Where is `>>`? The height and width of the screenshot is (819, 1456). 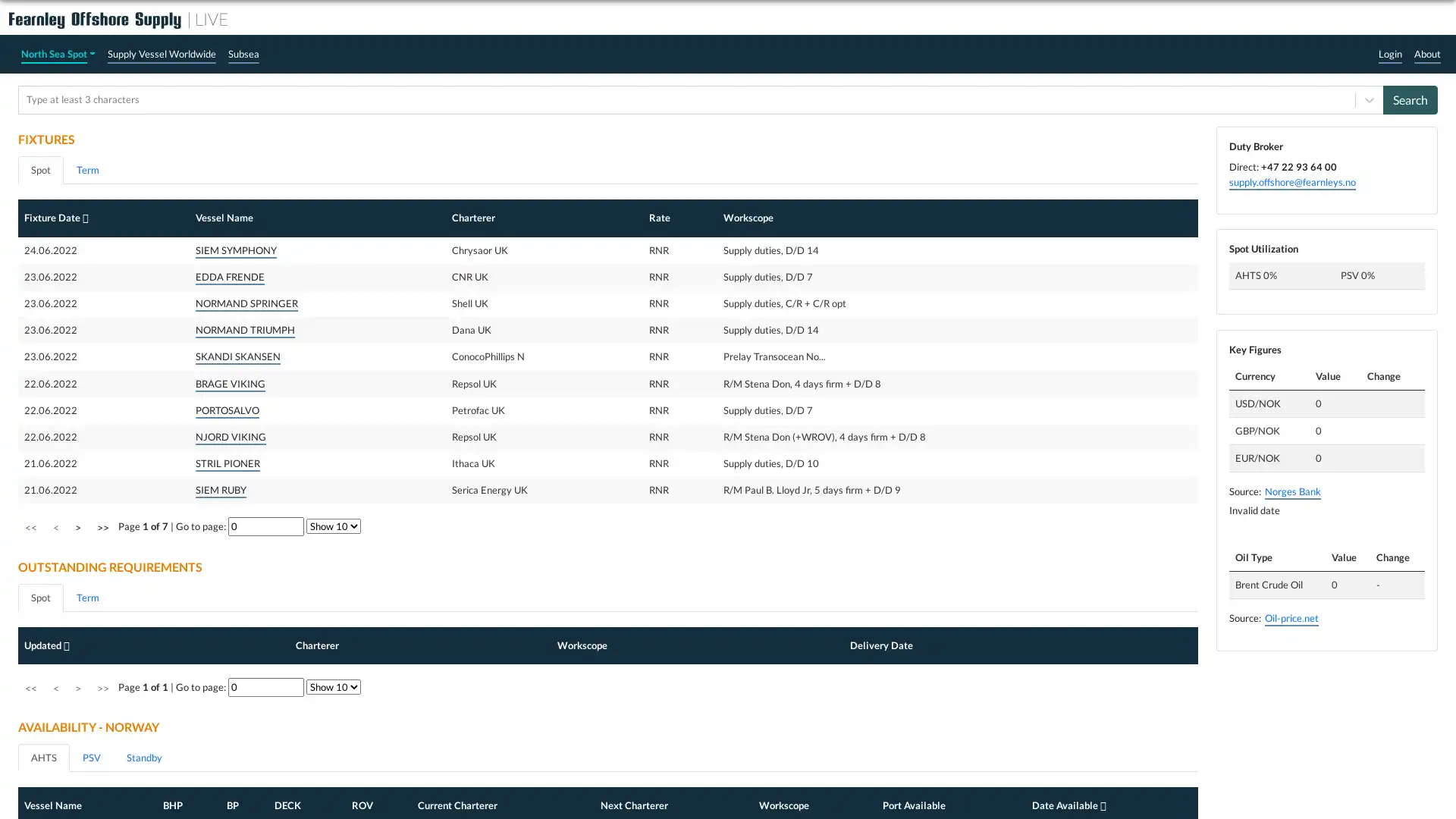
>> is located at coordinates (102, 526).